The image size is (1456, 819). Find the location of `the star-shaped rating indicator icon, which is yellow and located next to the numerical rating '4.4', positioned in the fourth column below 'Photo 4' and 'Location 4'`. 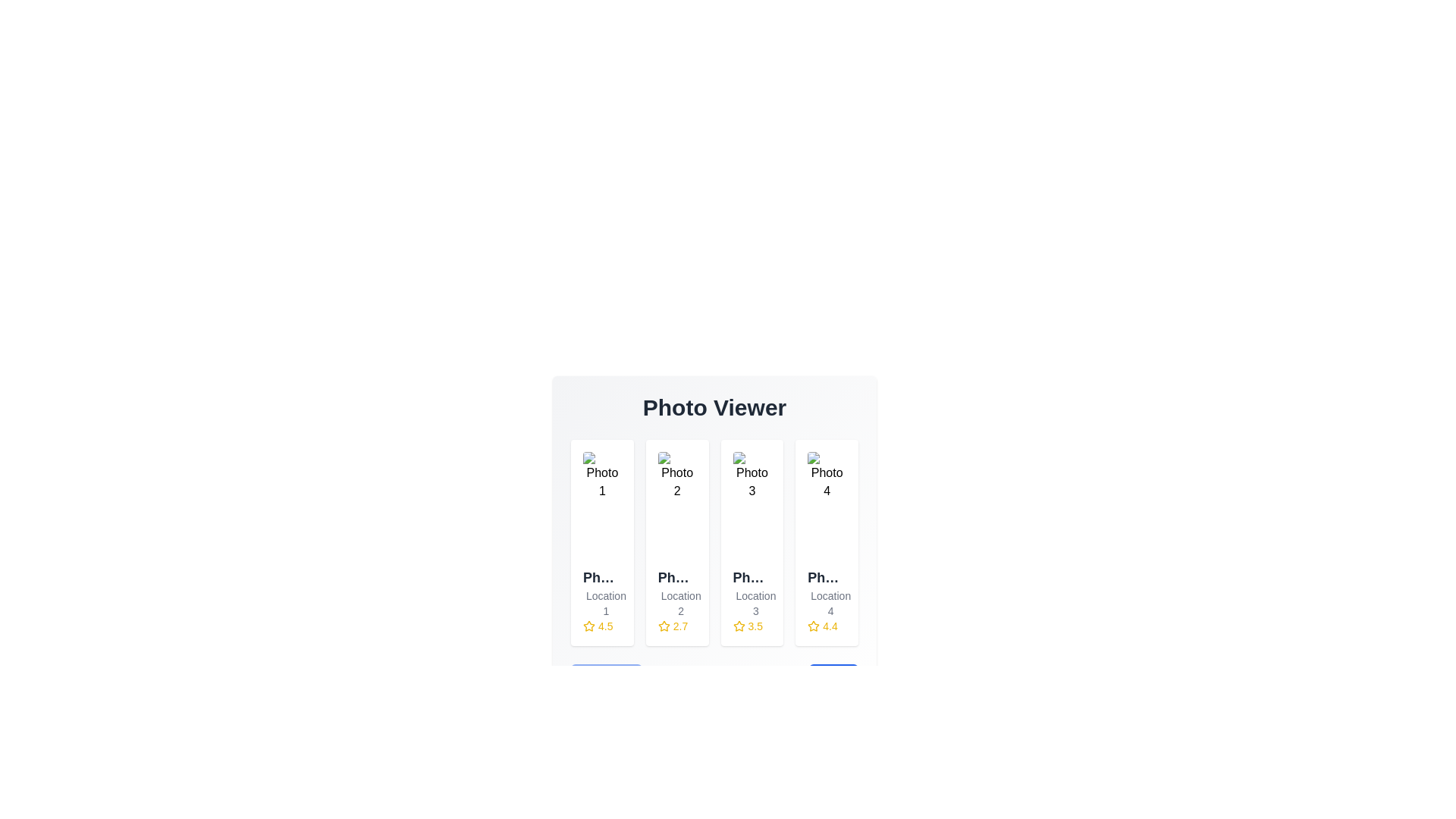

the star-shaped rating indicator icon, which is yellow and located next to the numerical rating '4.4', positioned in the fourth column below 'Photo 4' and 'Location 4' is located at coordinates (813, 626).